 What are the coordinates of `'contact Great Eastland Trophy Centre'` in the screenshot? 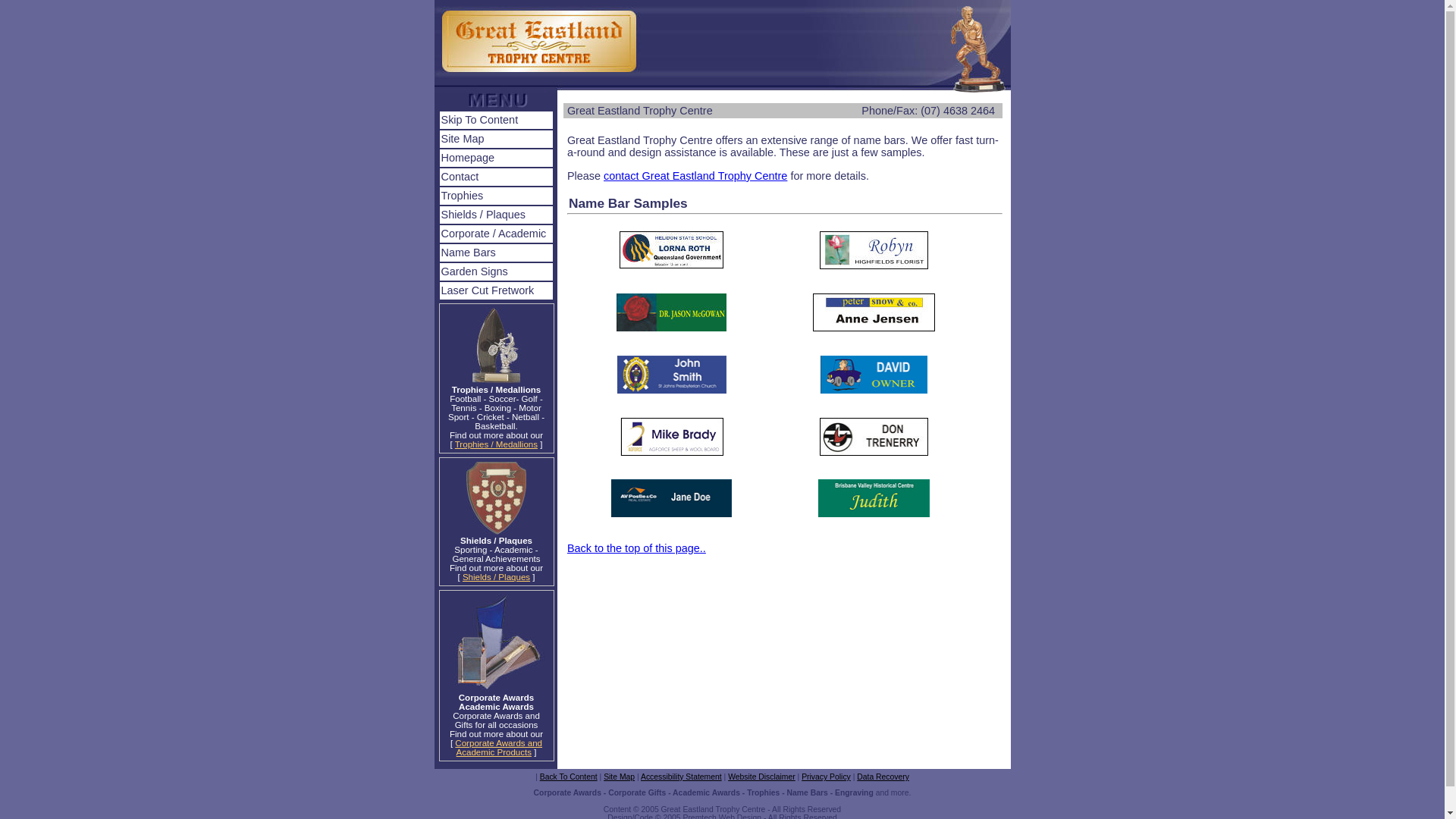 It's located at (603, 174).